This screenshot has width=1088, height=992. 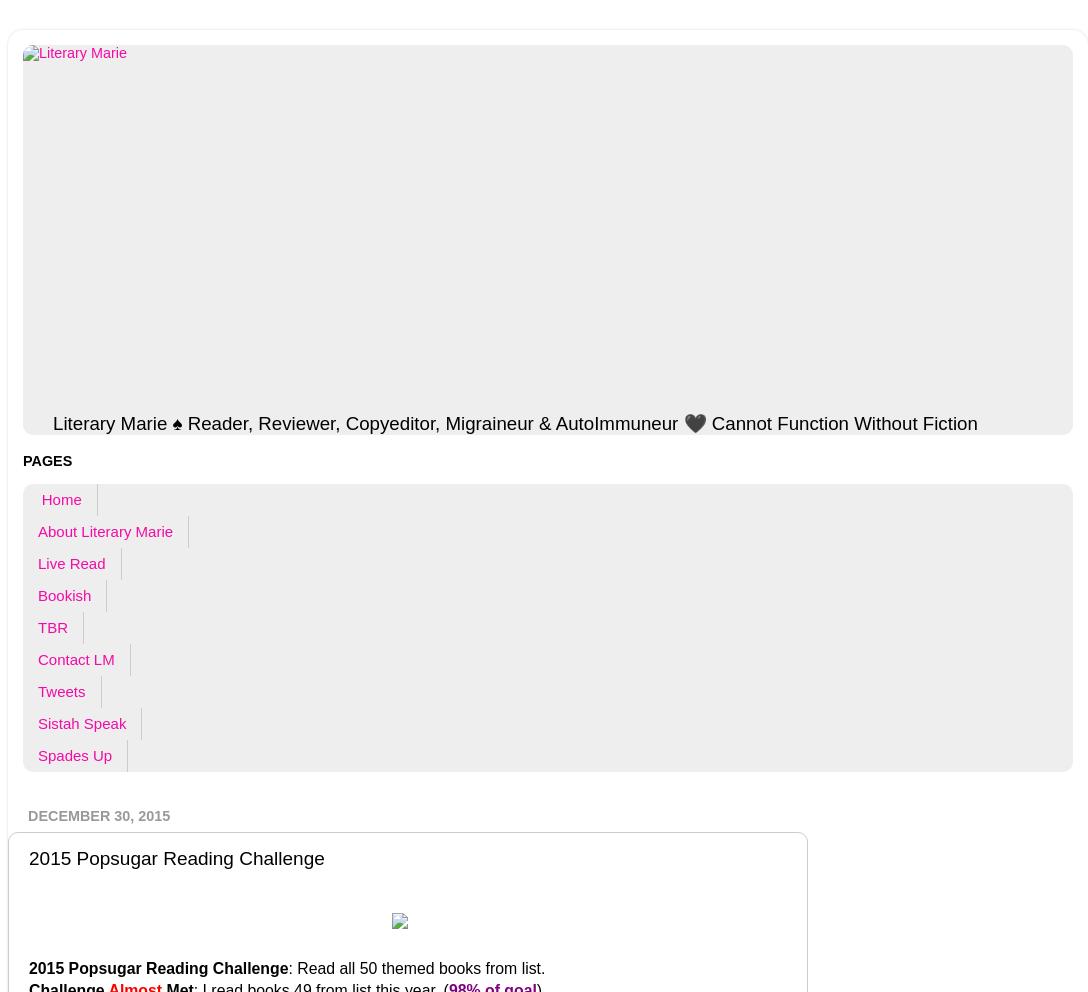 I want to click on 'Tweets', so click(x=61, y=690).